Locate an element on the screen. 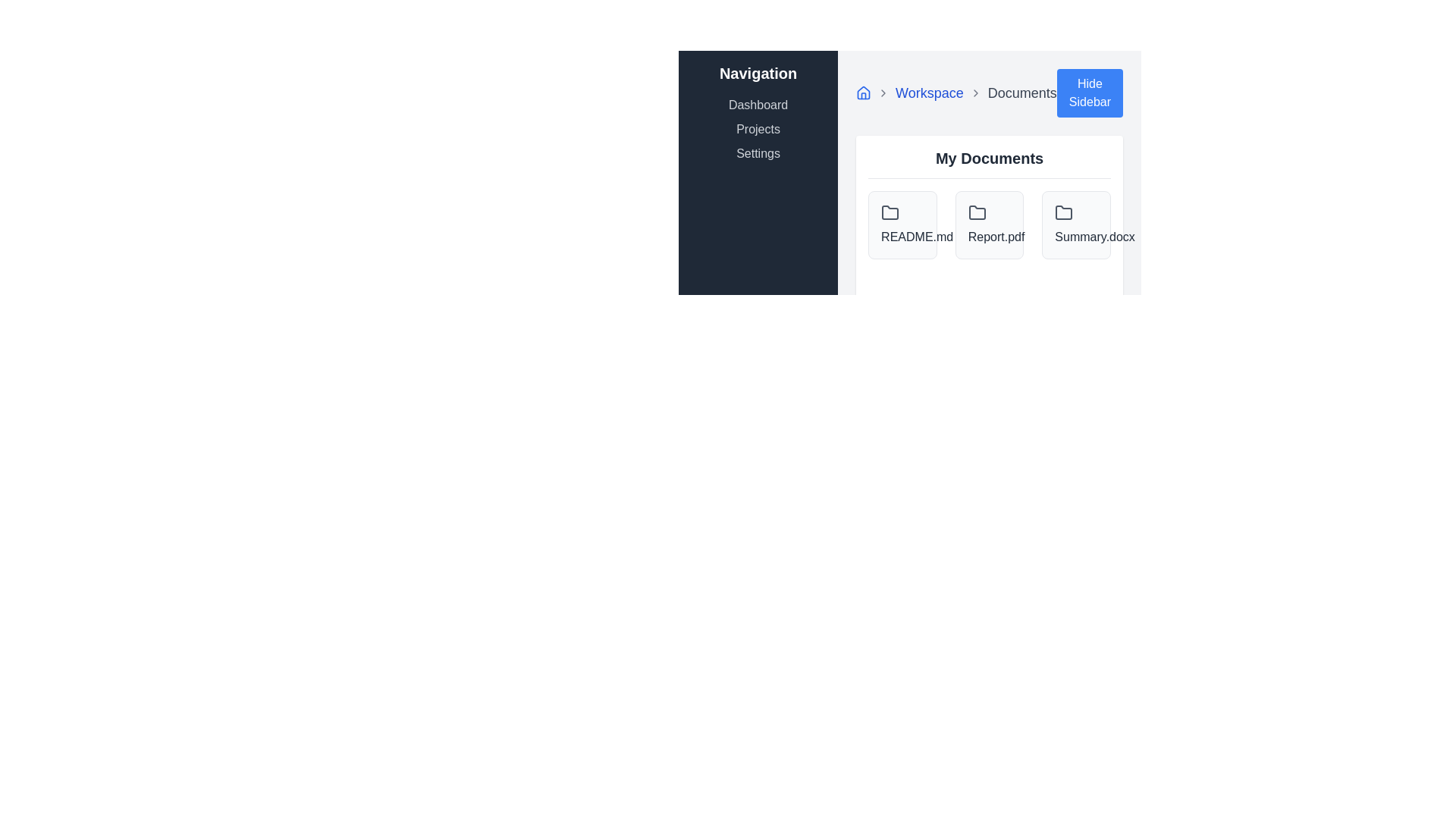 The width and height of the screenshot is (1456, 819). the text label displaying the file name 'Summary.docx' is located at coordinates (1075, 237).